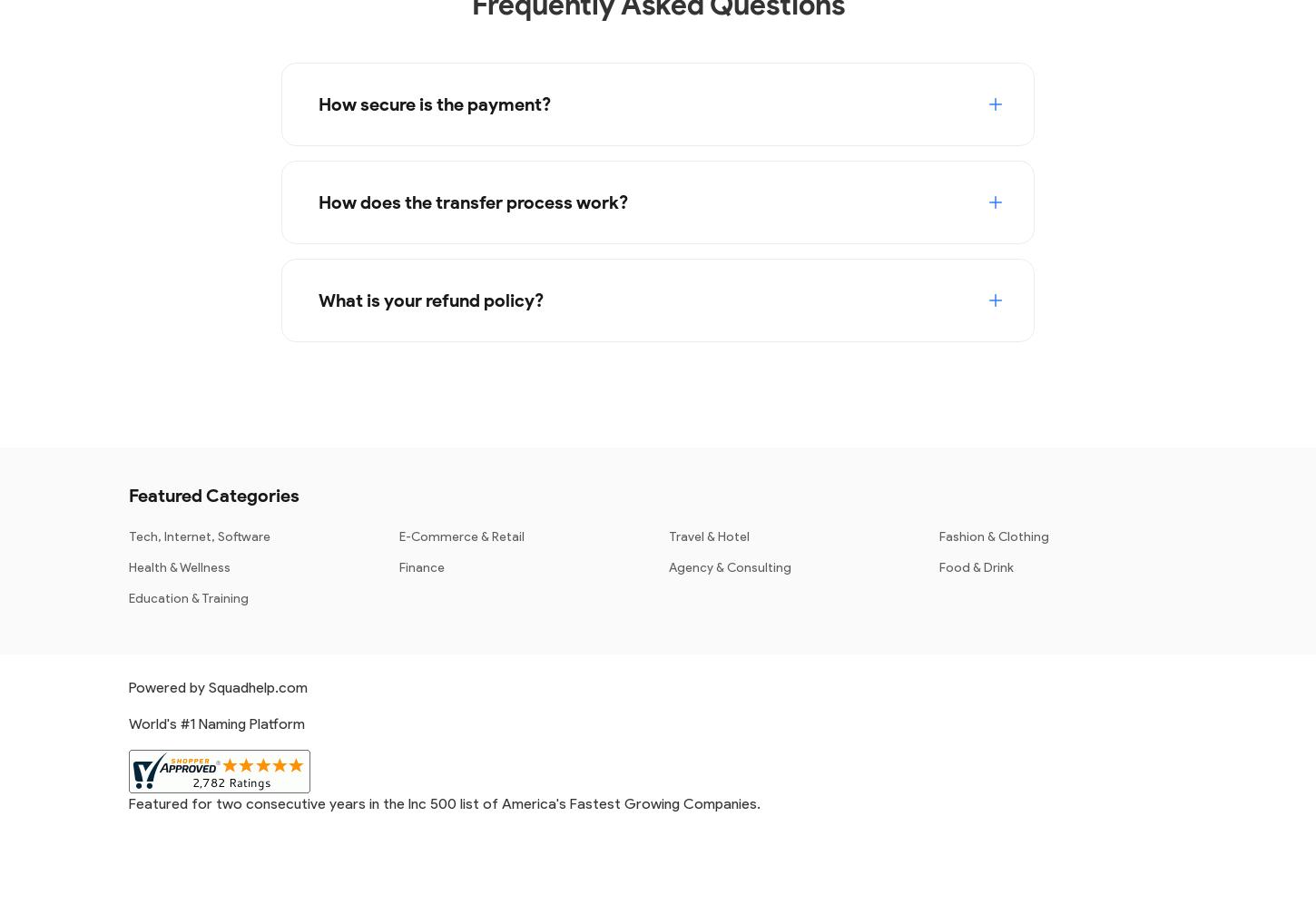 The height and width of the screenshot is (905, 1316). I want to click on 'Fashion & Clothing', so click(992, 535).